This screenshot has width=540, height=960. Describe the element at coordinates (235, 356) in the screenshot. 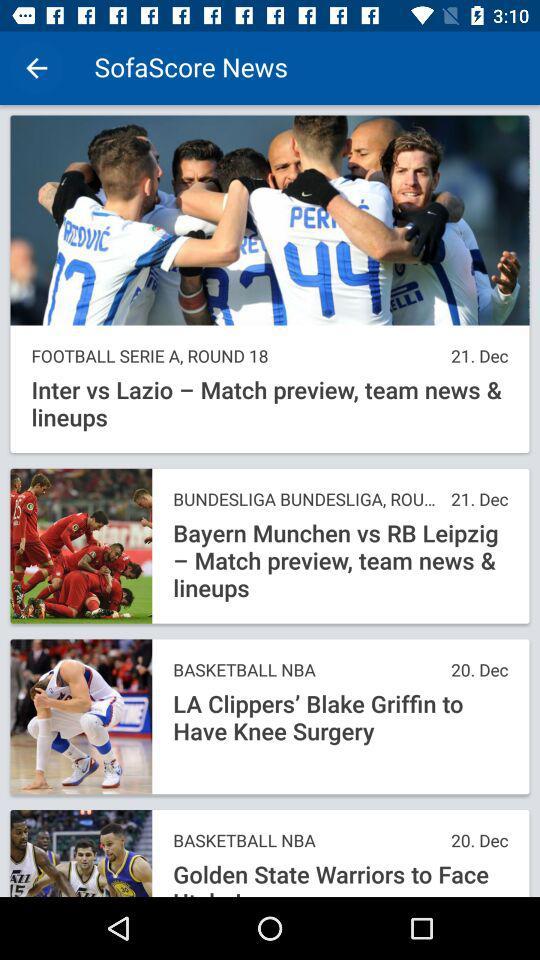

I see `football serie a icon` at that location.